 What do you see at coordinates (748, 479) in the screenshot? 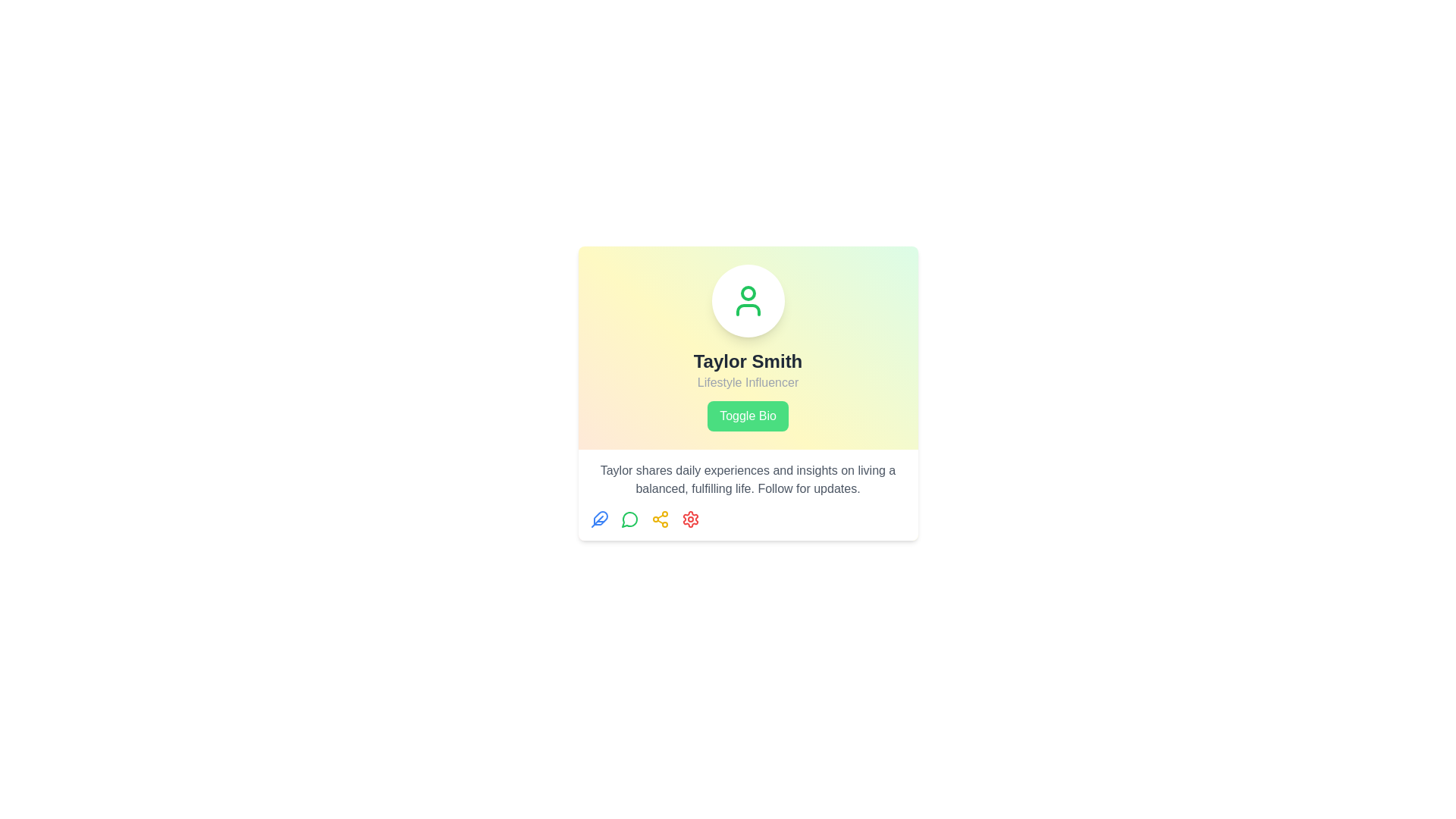
I see `informational text block element, which is styled in light gray font and located in the center of a white card layout below the 'Toggle Bio' button` at bounding box center [748, 479].